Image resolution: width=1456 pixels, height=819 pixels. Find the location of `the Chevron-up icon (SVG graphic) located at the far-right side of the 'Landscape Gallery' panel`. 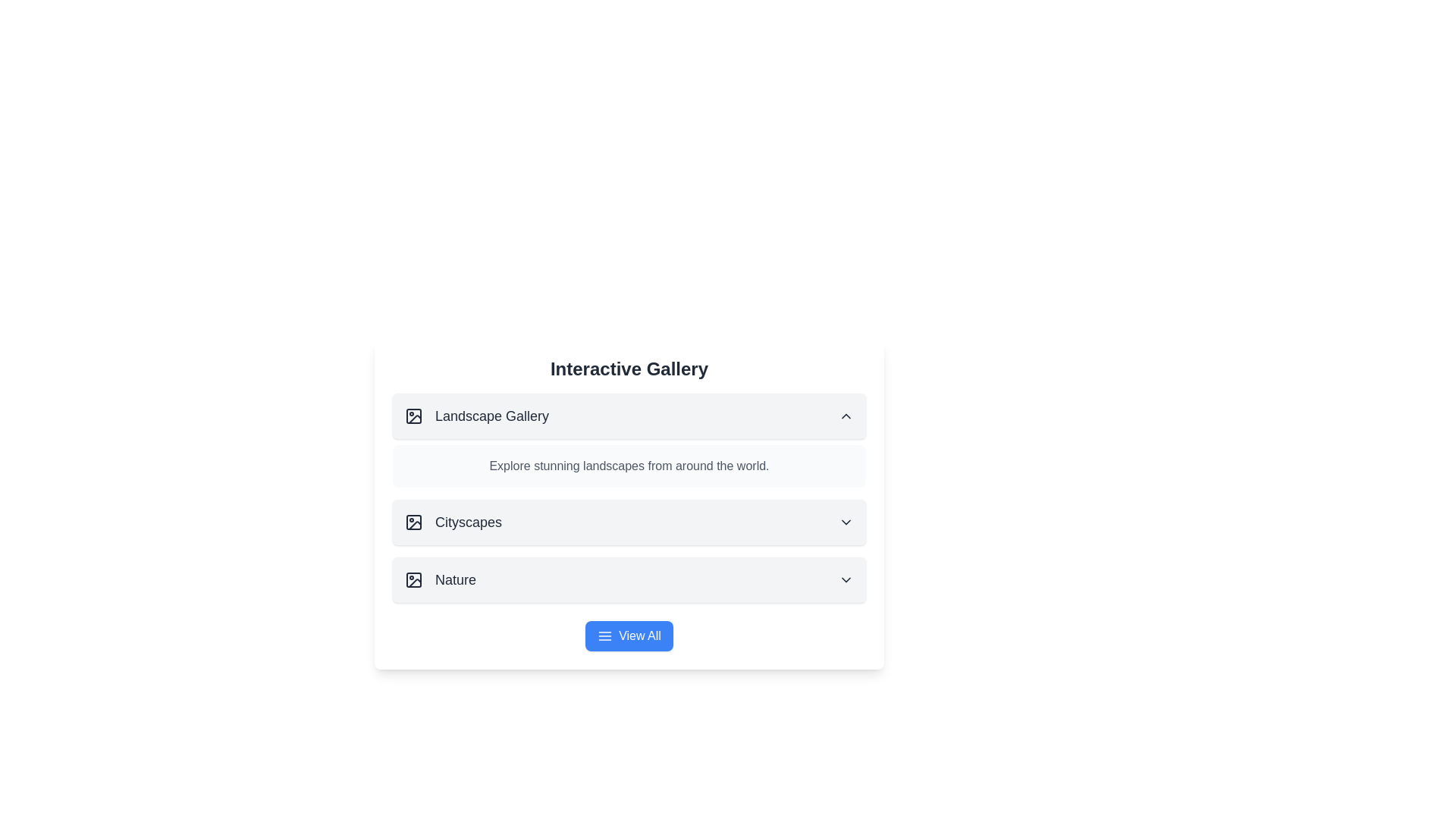

the Chevron-up icon (SVG graphic) located at the far-right side of the 'Landscape Gallery' panel is located at coordinates (846, 416).